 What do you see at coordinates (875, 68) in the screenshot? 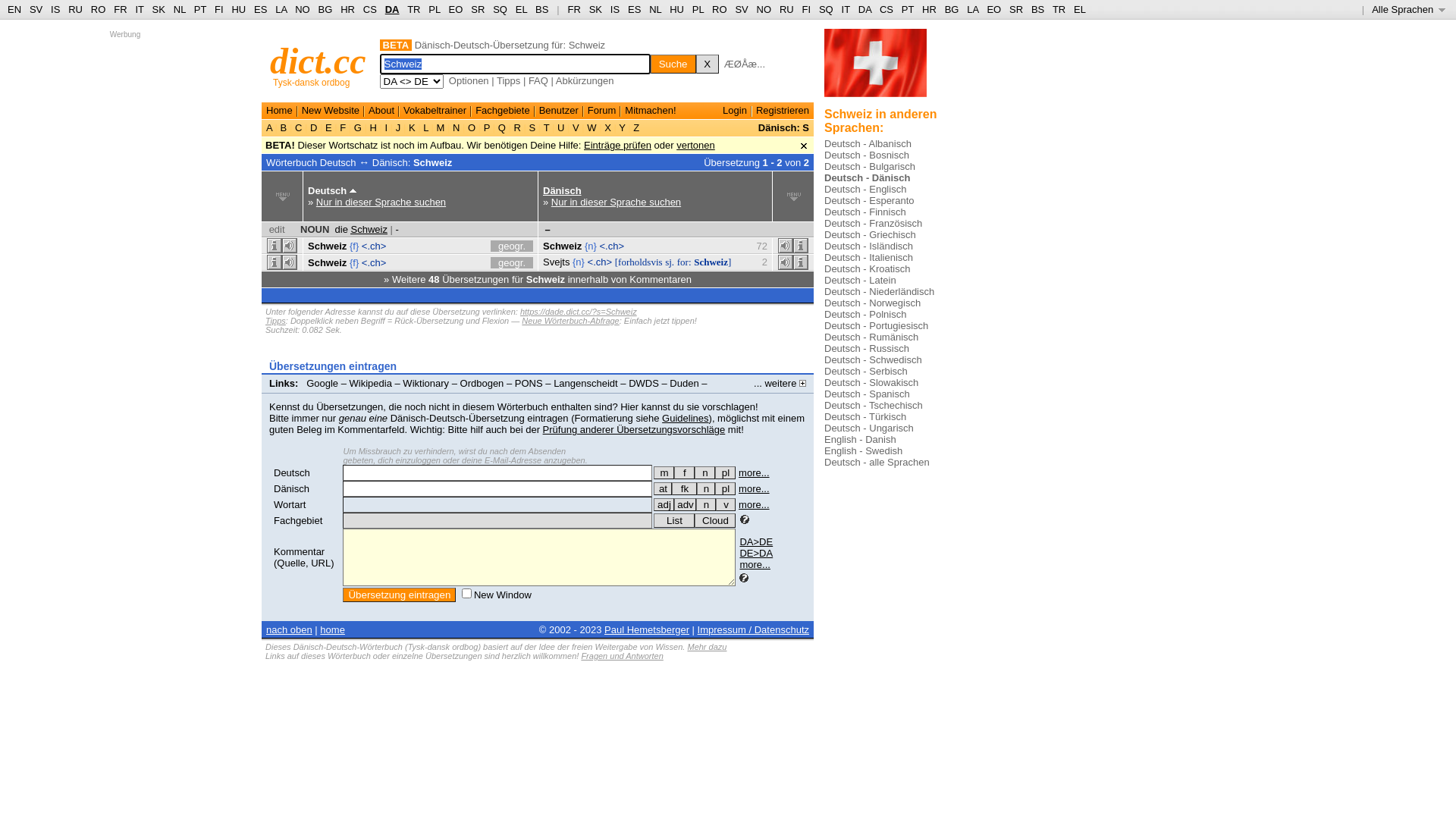
I see `'switzerland flag  three...'` at bounding box center [875, 68].